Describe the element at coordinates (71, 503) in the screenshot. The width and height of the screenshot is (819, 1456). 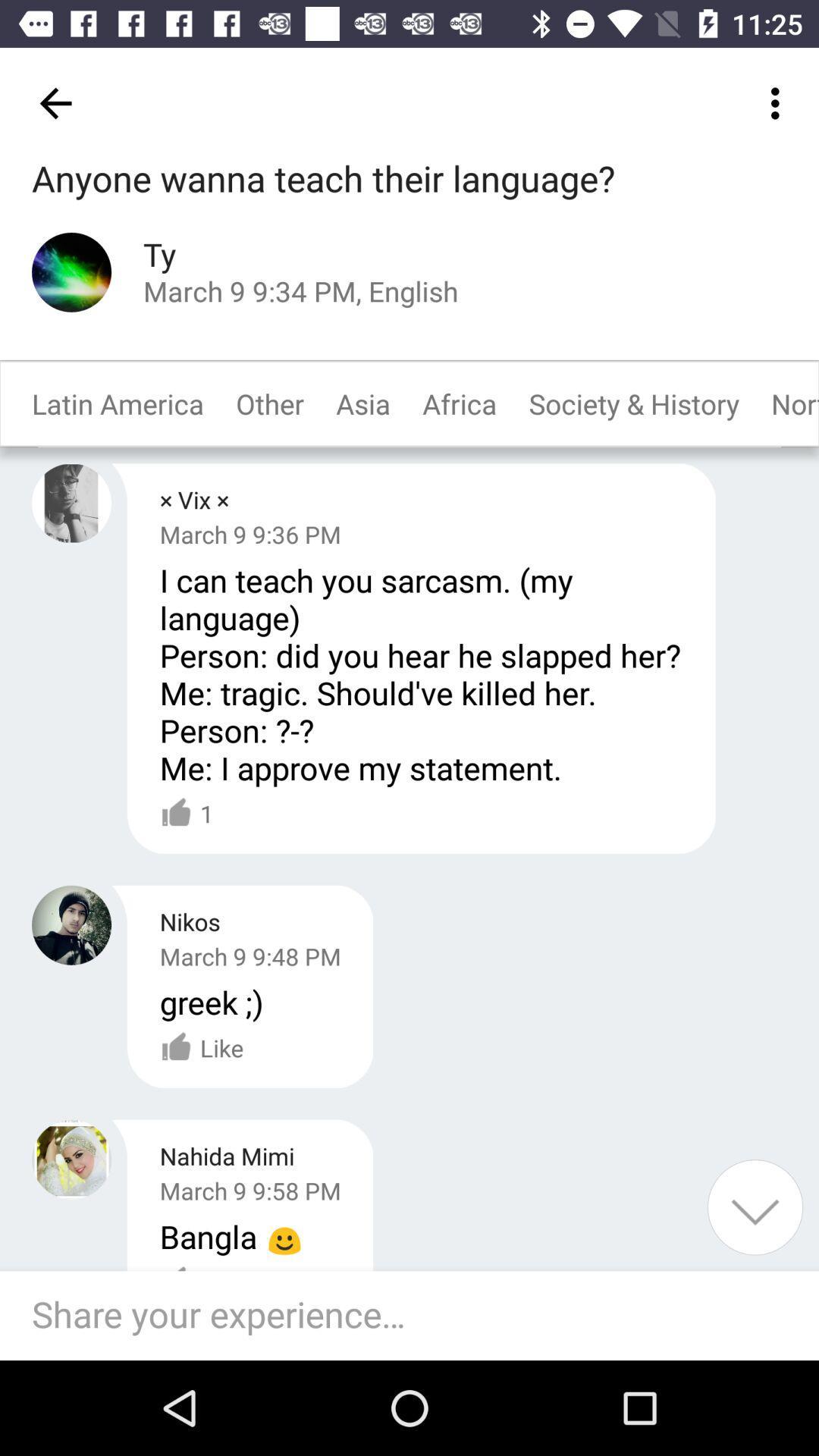
I see `my profile` at that location.